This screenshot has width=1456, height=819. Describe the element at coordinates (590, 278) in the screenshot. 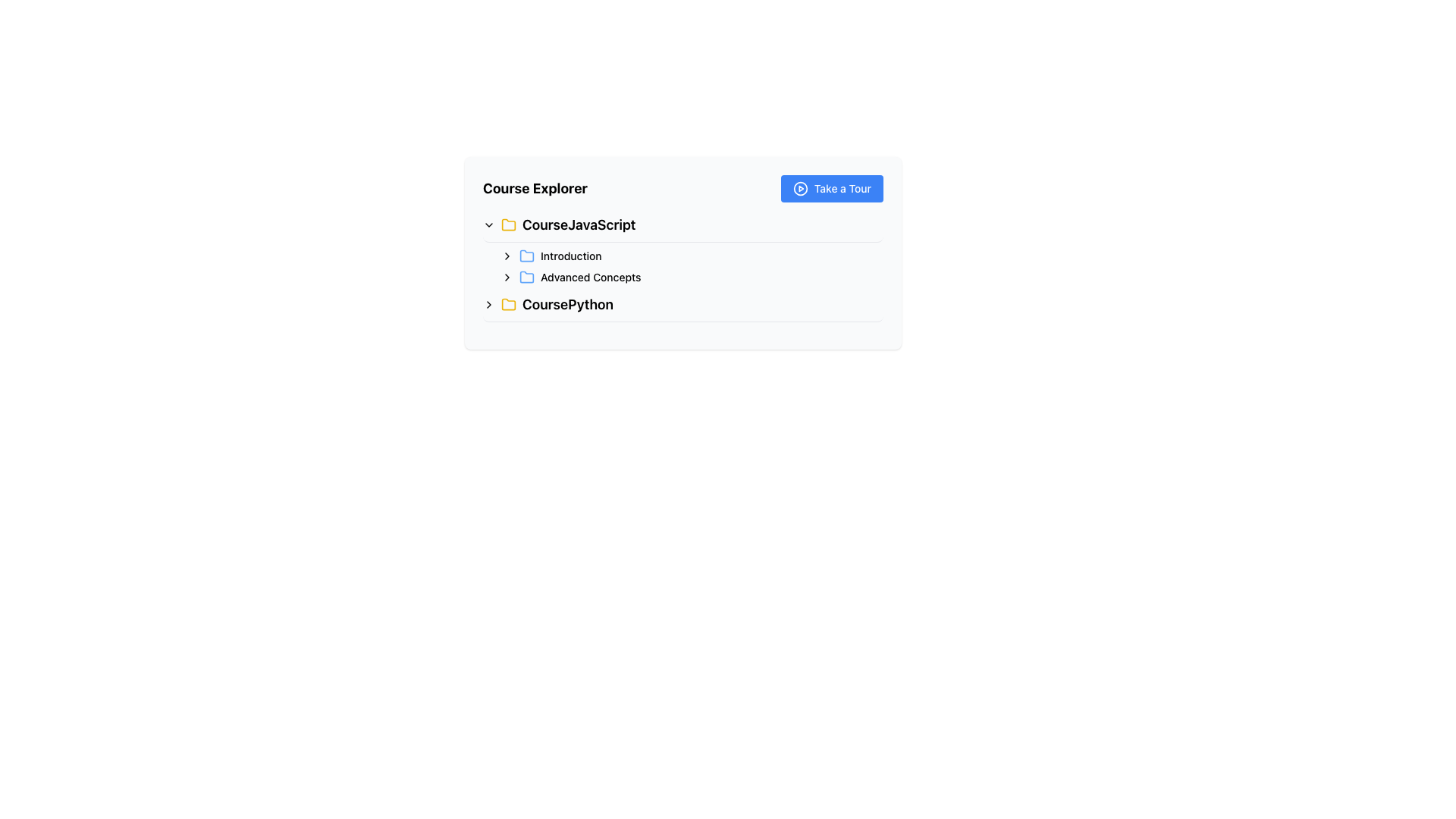

I see `the 'Advanced Concepts' text label element located within the 'Course Explorer' interface under 'CourseJavaScript'` at that location.